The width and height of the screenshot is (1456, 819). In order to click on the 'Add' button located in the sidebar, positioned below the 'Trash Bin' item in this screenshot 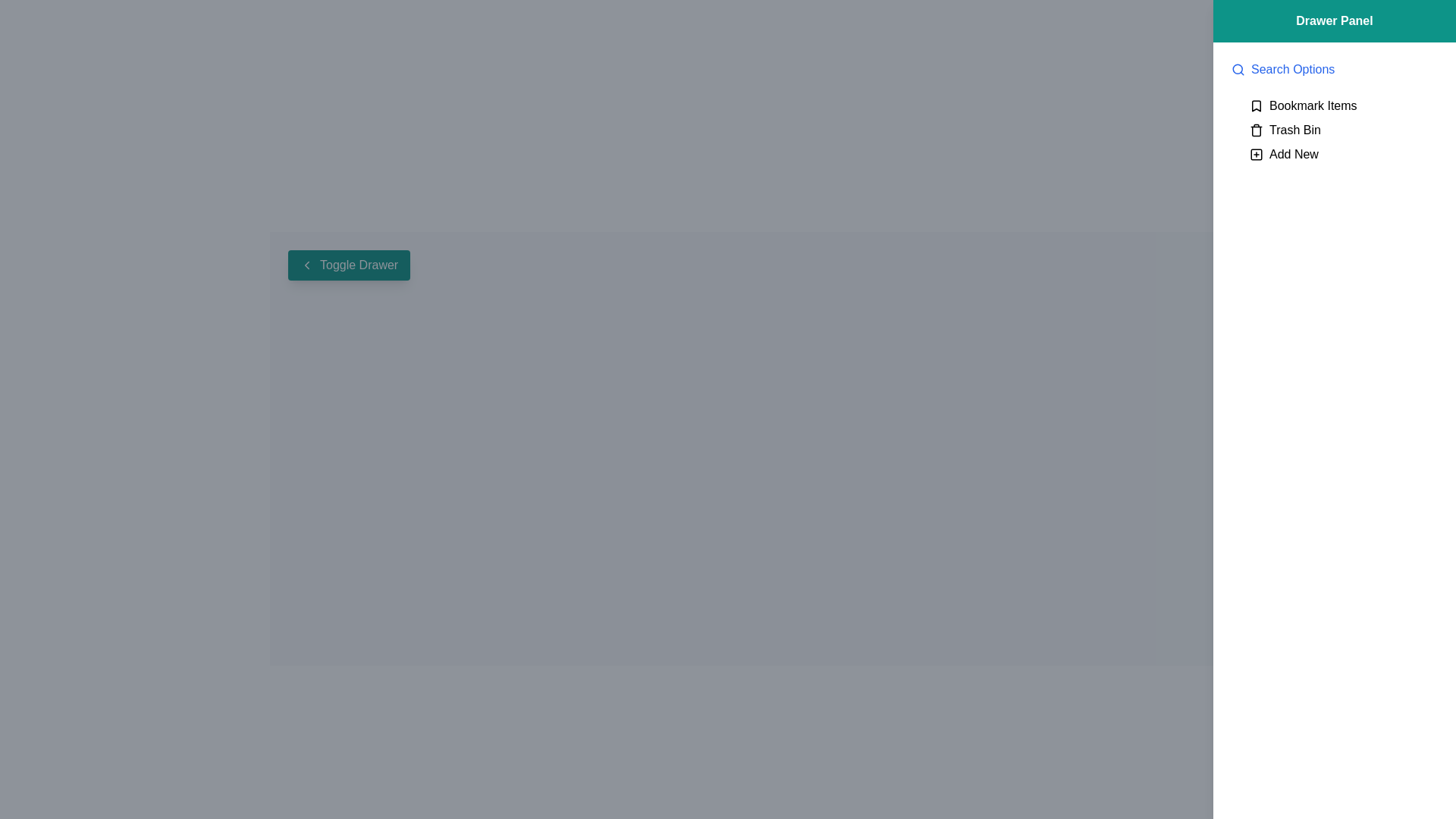, I will do `click(1283, 155)`.